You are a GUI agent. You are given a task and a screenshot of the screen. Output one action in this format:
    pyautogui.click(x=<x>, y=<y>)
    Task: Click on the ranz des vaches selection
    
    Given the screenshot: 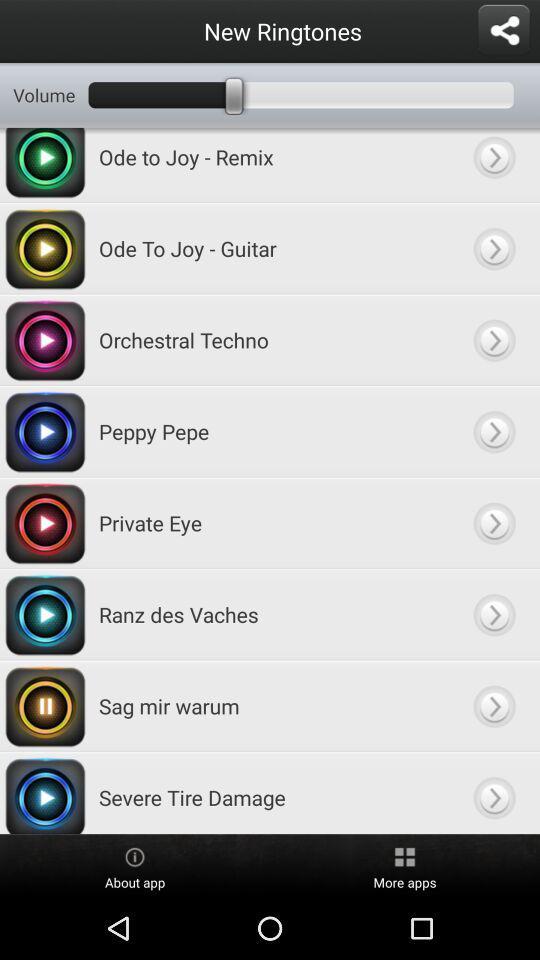 What is the action you would take?
    pyautogui.click(x=493, y=613)
    